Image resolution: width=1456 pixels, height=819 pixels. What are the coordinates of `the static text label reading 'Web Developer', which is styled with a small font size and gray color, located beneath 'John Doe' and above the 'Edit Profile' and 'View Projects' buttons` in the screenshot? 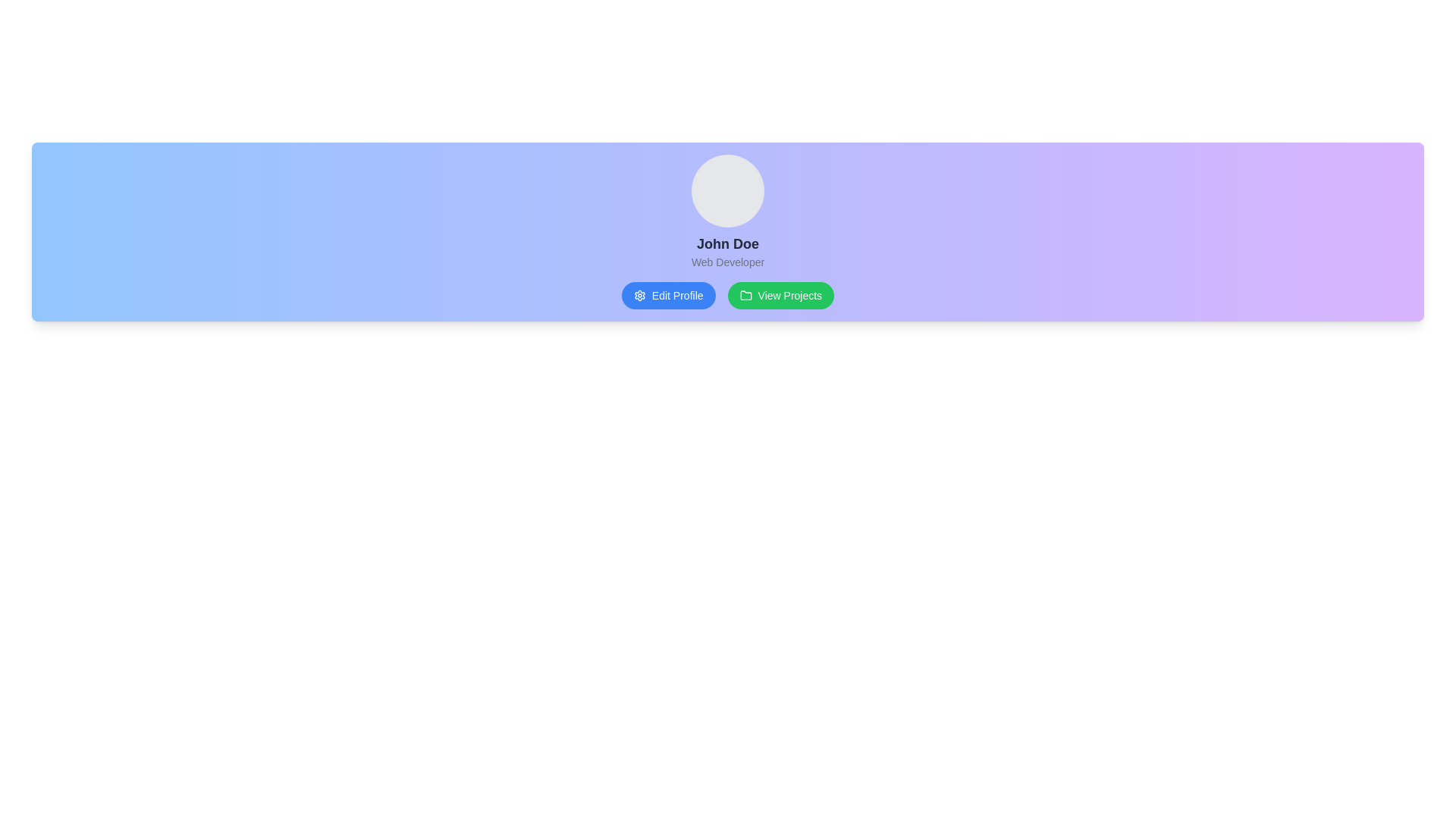 It's located at (728, 262).